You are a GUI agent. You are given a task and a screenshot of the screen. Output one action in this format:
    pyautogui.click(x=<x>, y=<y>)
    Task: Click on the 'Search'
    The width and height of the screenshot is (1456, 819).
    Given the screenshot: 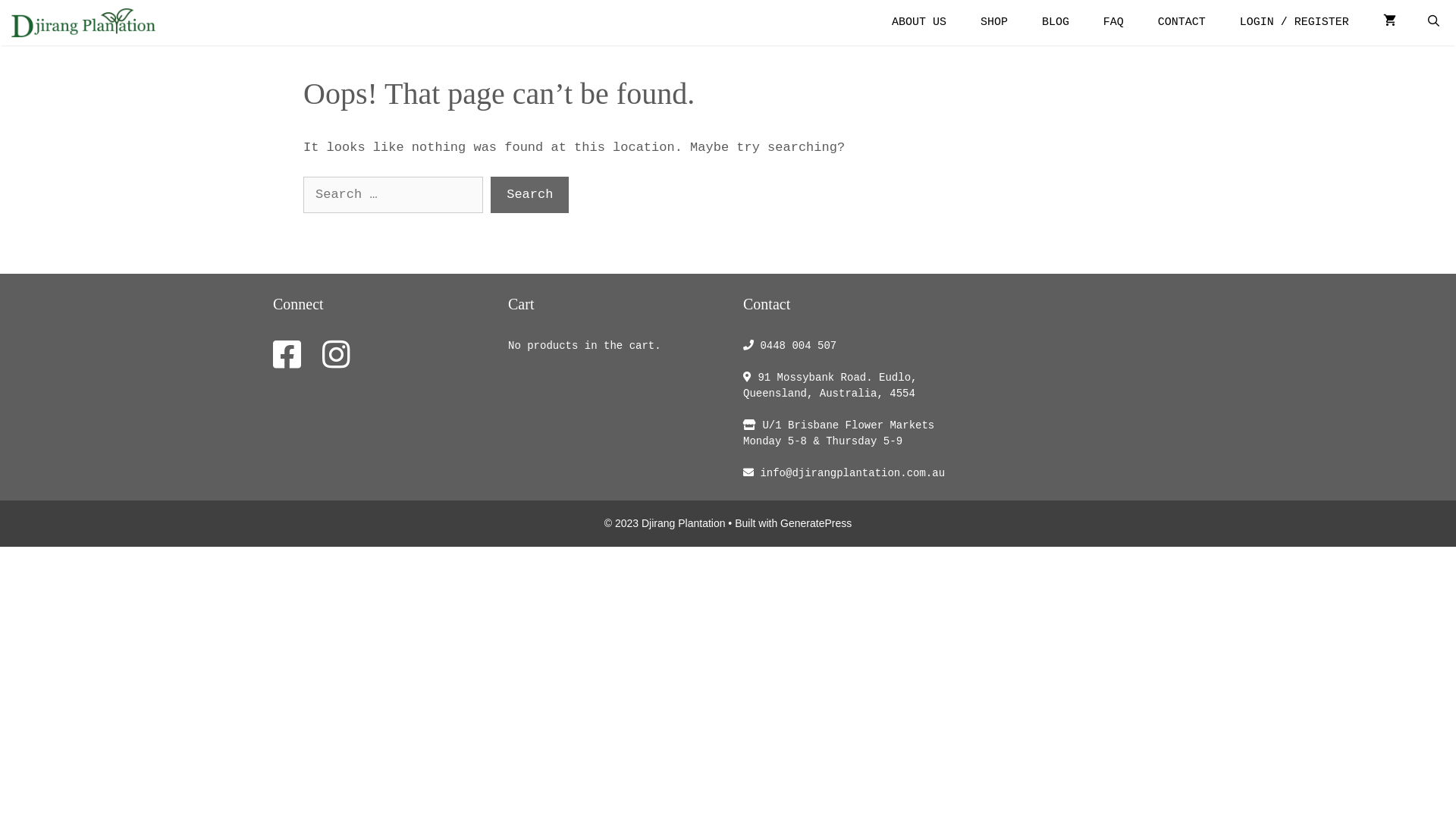 What is the action you would take?
    pyautogui.click(x=529, y=194)
    